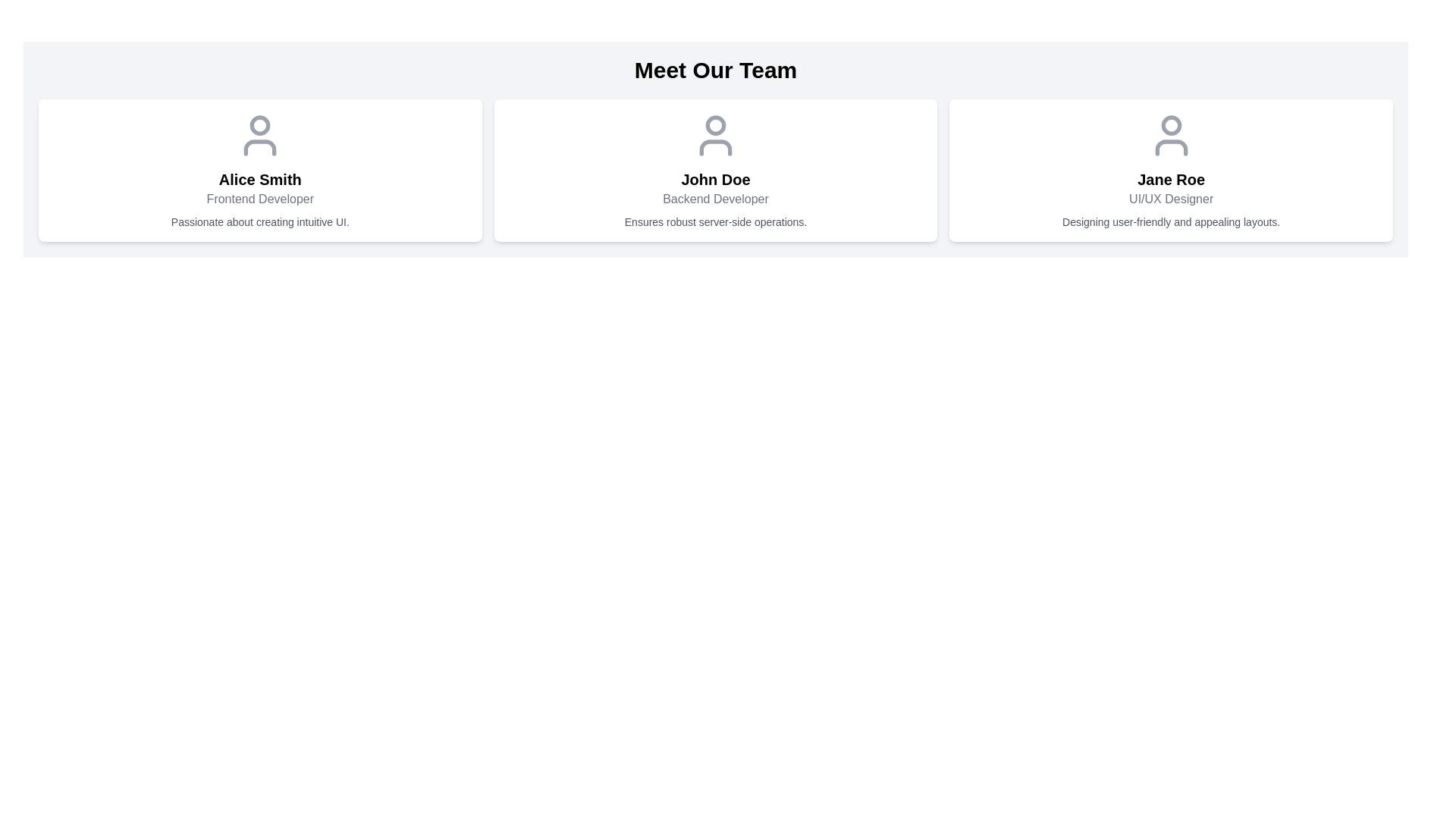  Describe the element at coordinates (260, 134) in the screenshot. I see `the decorative icon representing the profile of user Alice Smith, which is located at the center of the card above her name` at that location.